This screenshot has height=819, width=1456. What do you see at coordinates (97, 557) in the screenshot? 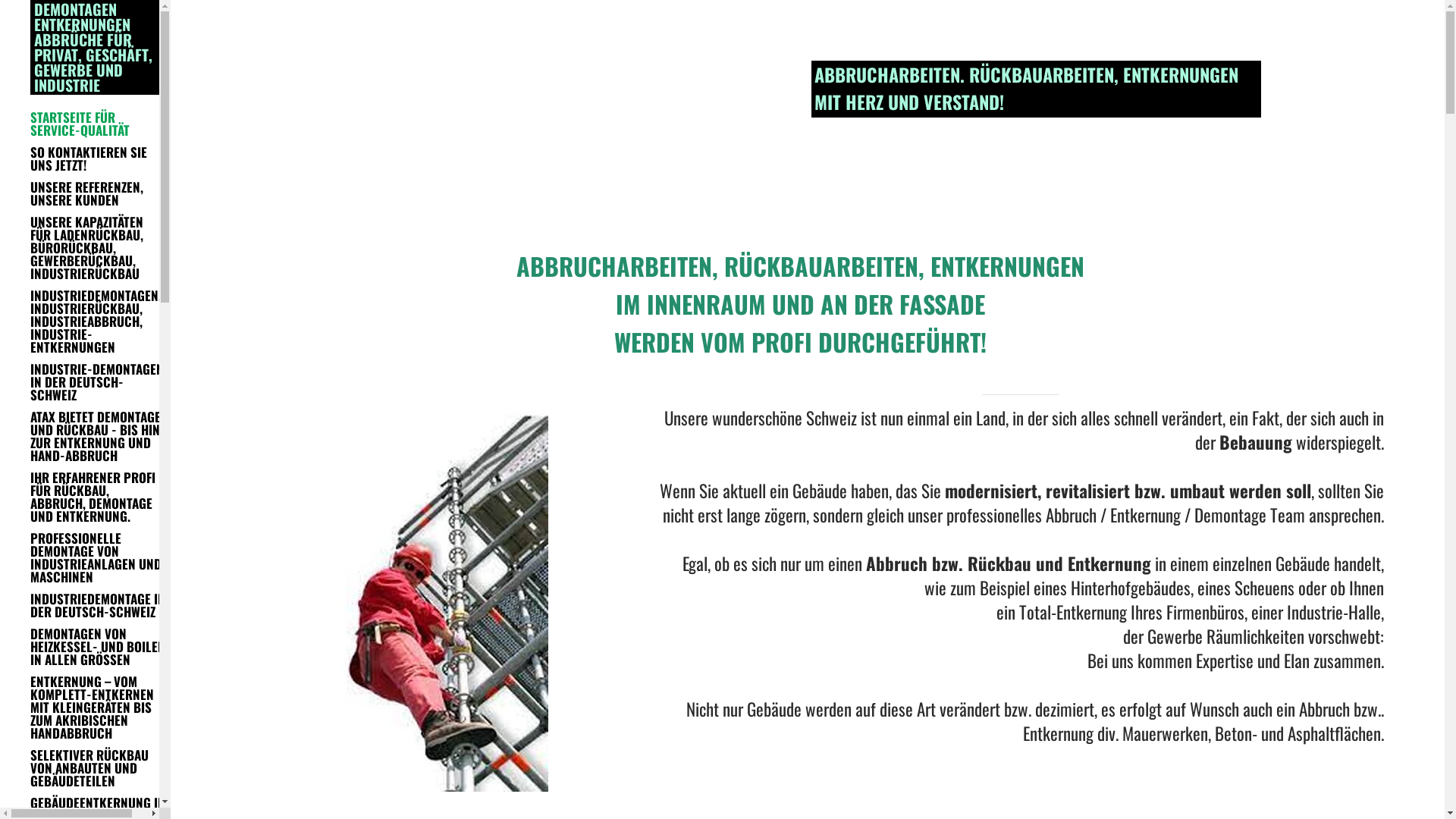
I see `'PROFESSIONELLE DEMONTAGE VON INDUSTRIEANLAGEN UND MASCHINEN'` at bounding box center [97, 557].